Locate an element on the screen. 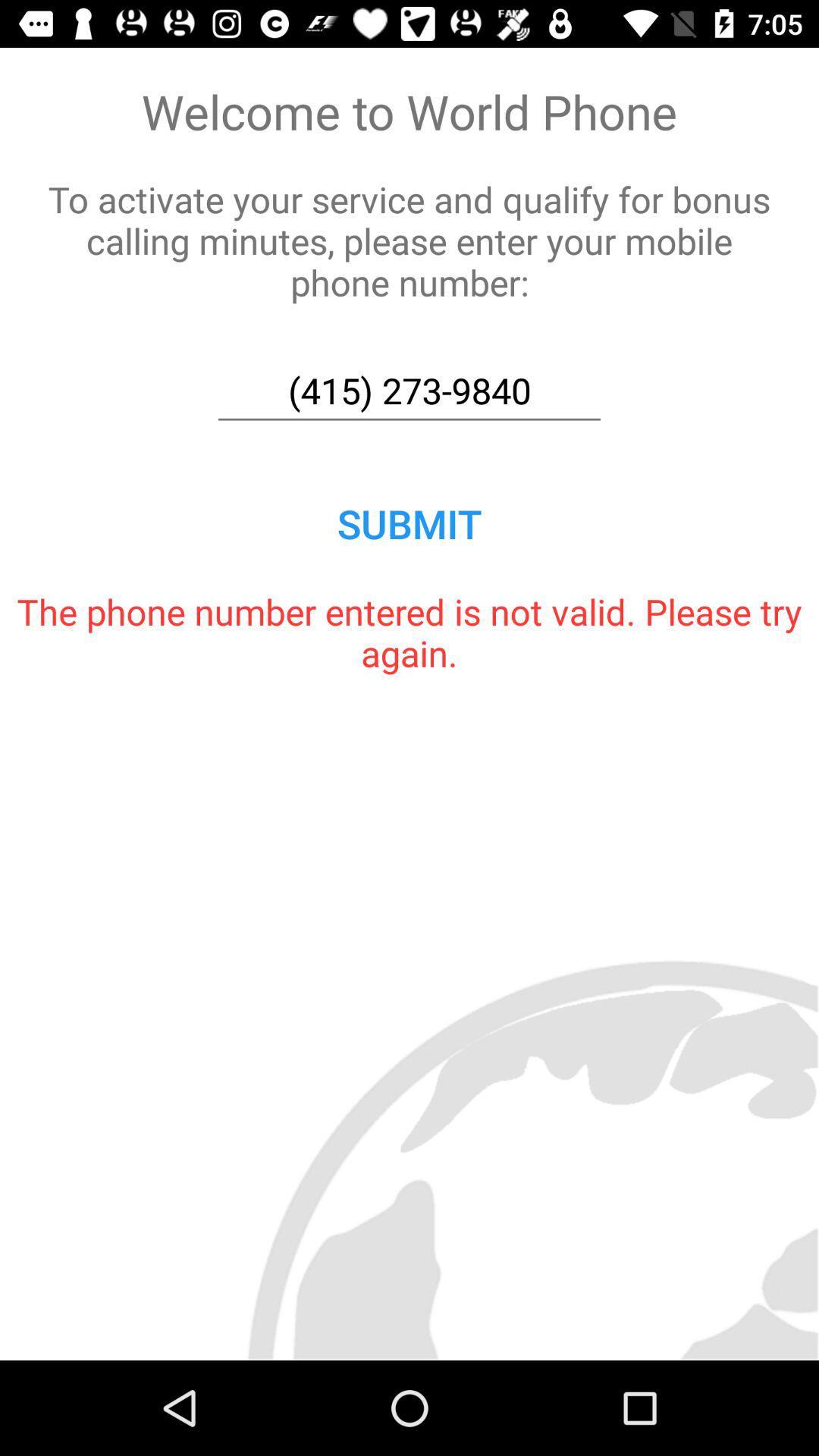 The image size is (819, 1456). the (415) 273-9840 icon is located at coordinates (409, 391).